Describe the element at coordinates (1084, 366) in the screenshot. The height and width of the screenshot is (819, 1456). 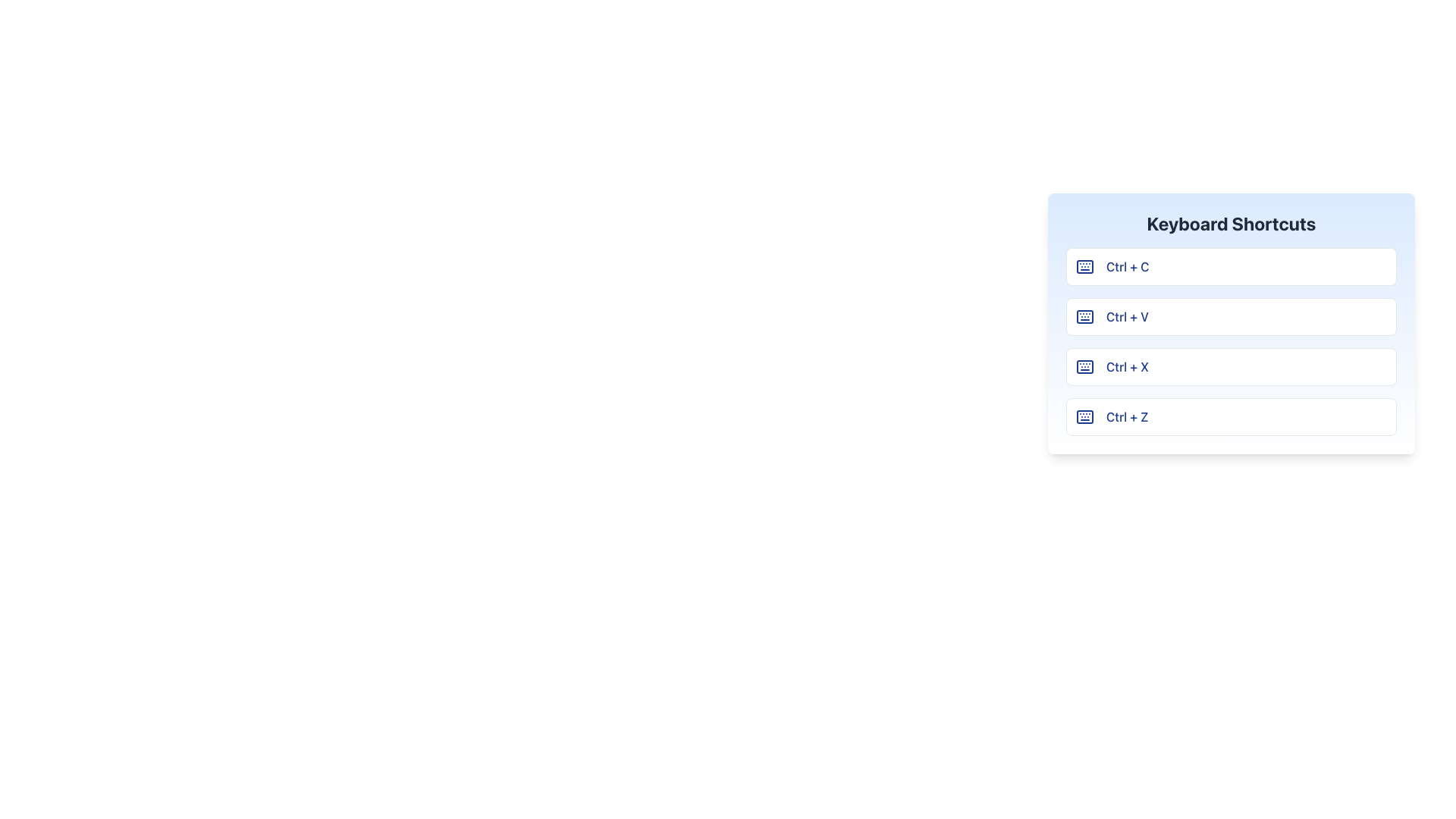
I see `the 'Cut' action icon, which is the third item in the vertical list of keyboard shortcuts, positioned between the 'Ctrl + V' and 'Ctrl + Z' items` at that location.